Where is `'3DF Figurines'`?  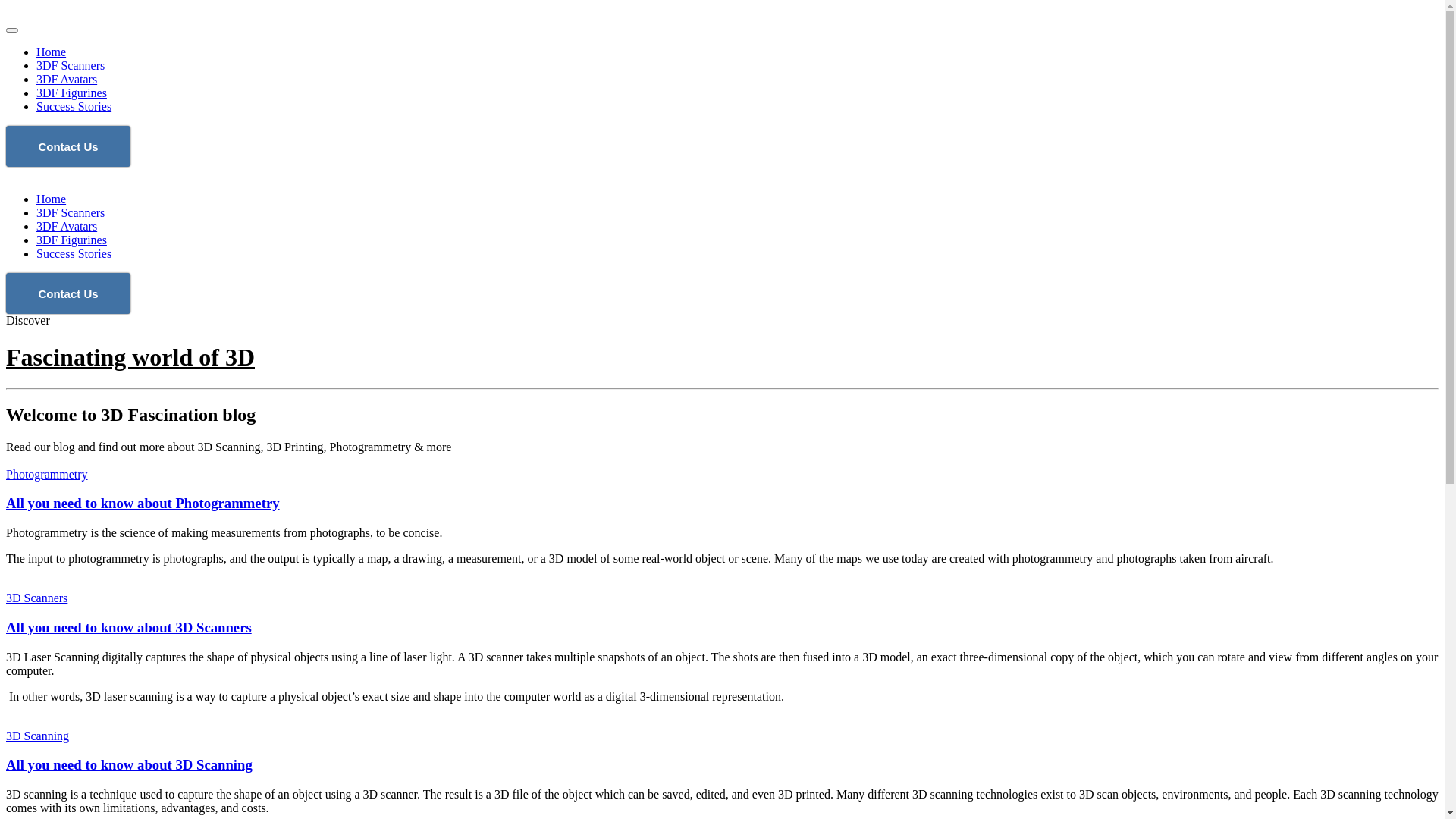
'3DF Figurines' is located at coordinates (71, 239).